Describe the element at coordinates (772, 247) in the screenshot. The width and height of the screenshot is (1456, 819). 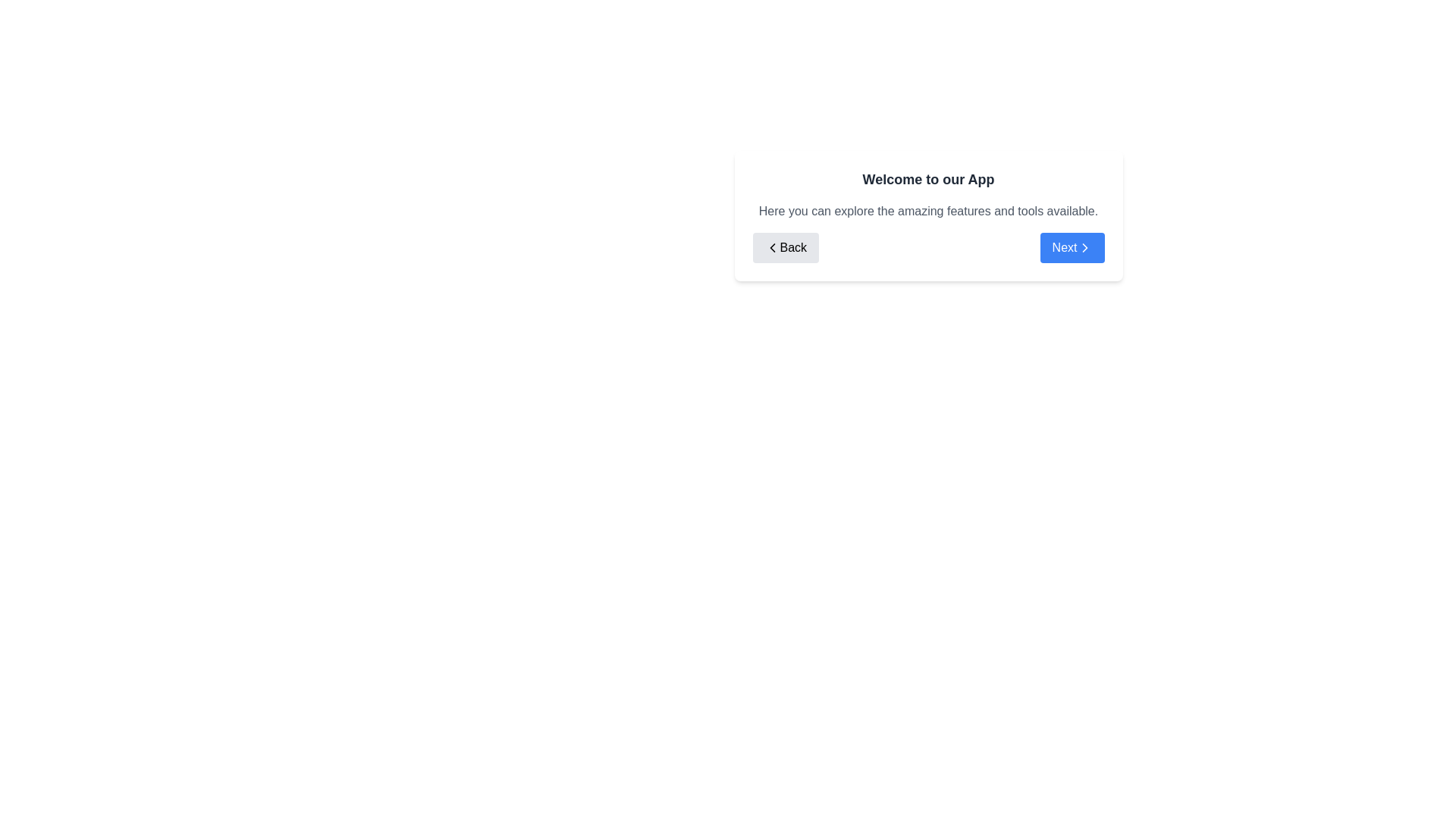
I see `the backward navigation icon located in the middle of the 'Back' button in the dialog box` at that location.